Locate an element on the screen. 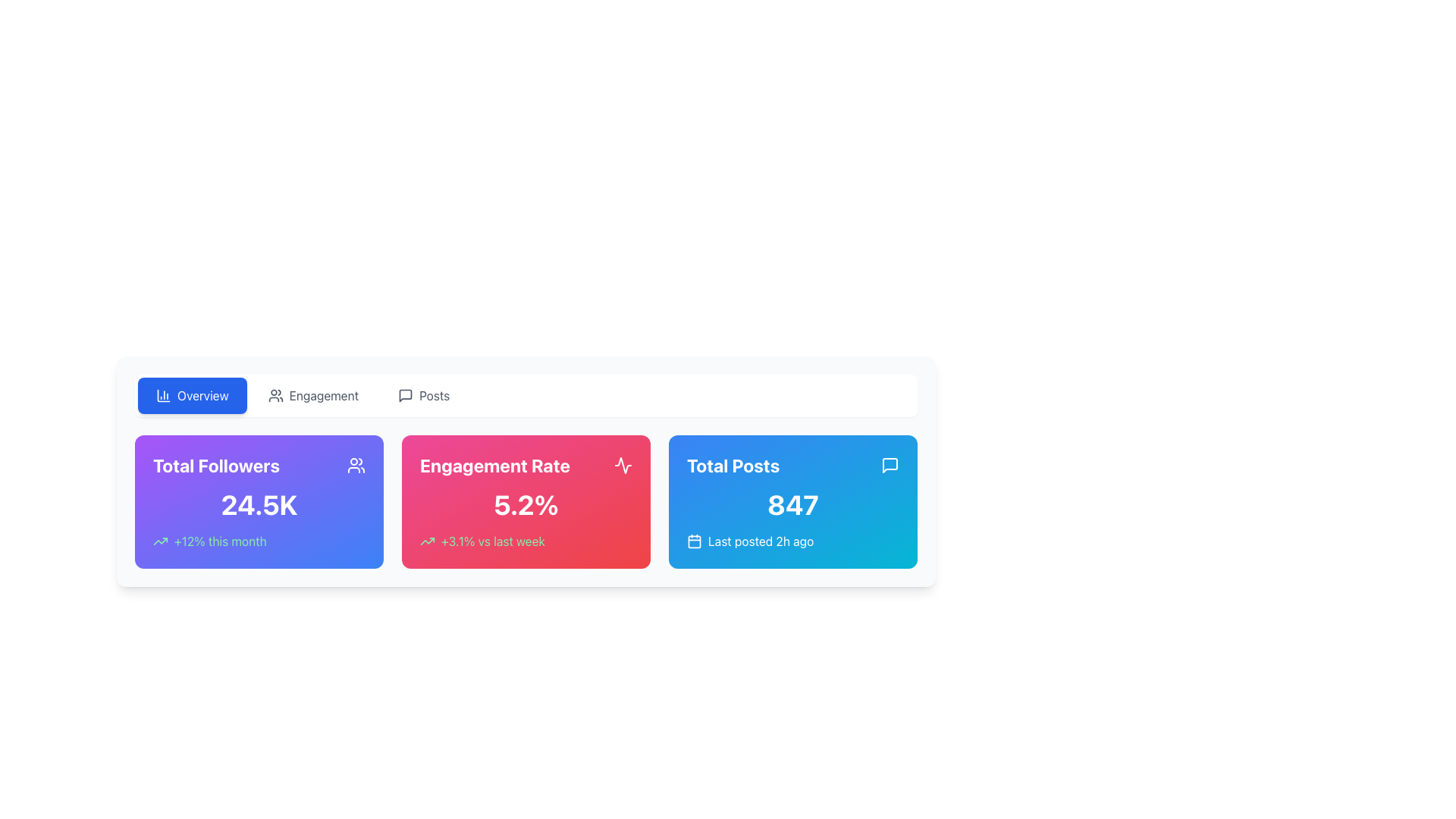 The width and height of the screenshot is (1456, 819). text of the label that contextualizes the total number of posts, located above the numerical statistic in a card-like section on the right end of the row is located at coordinates (733, 464).